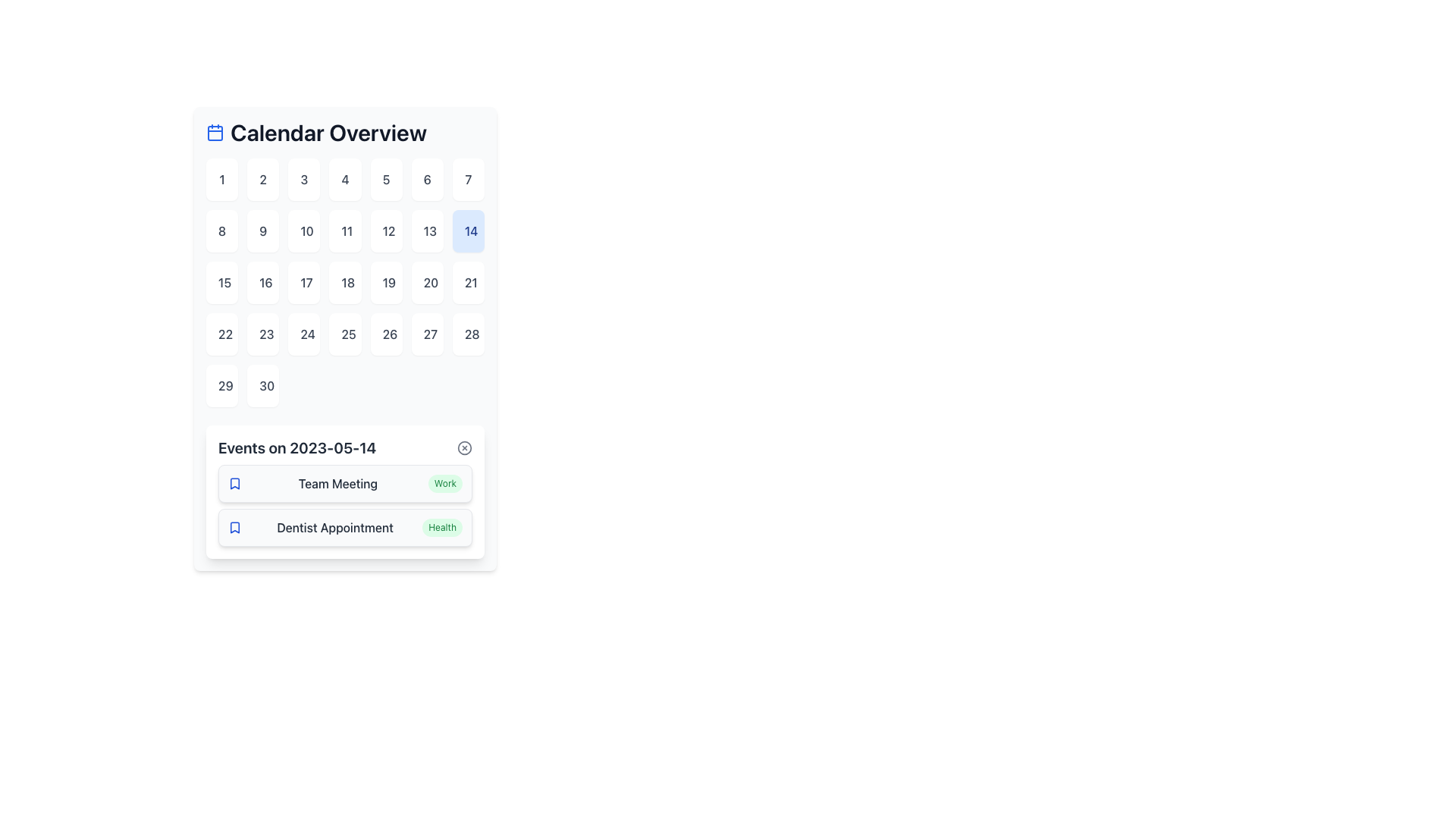 This screenshot has height=819, width=1456. What do you see at coordinates (344, 483) in the screenshot?
I see `the first event listing titled 'Team Meeting'` at bounding box center [344, 483].